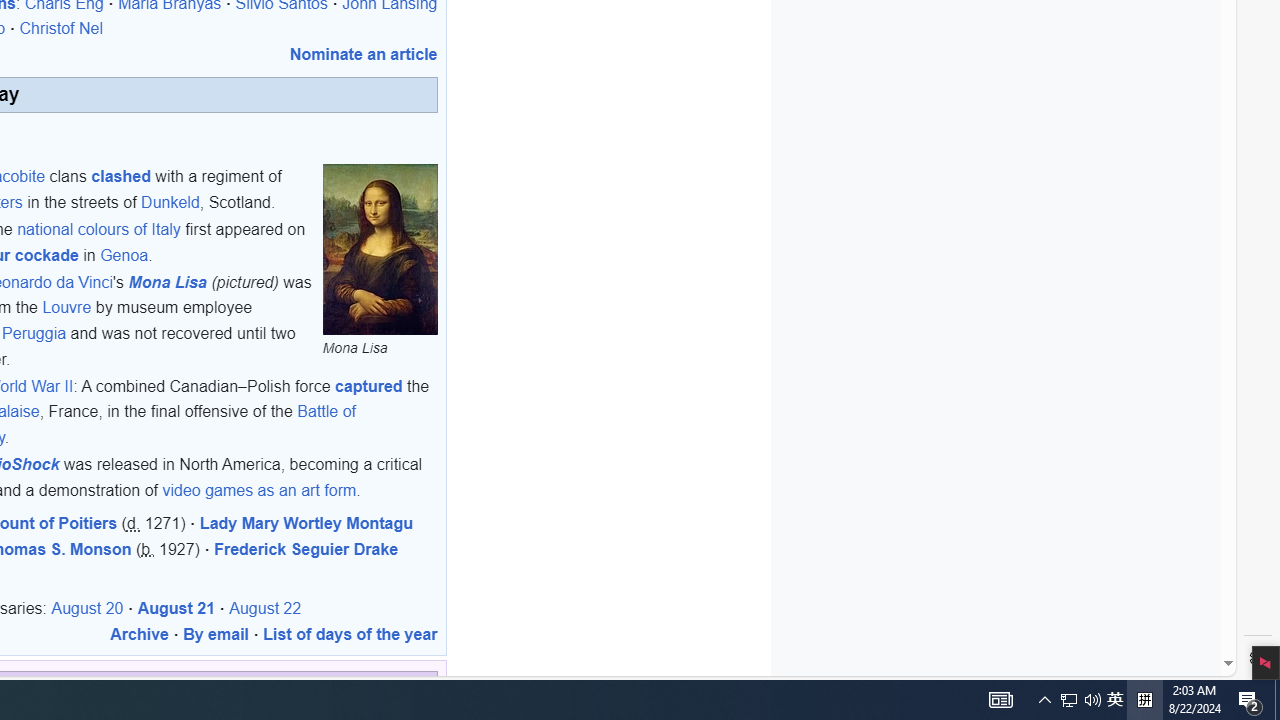 Image resolution: width=1280 pixels, height=720 pixels. Describe the element at coordinates (138, 633) in the screenshot. I see `'Archive'` at that location.